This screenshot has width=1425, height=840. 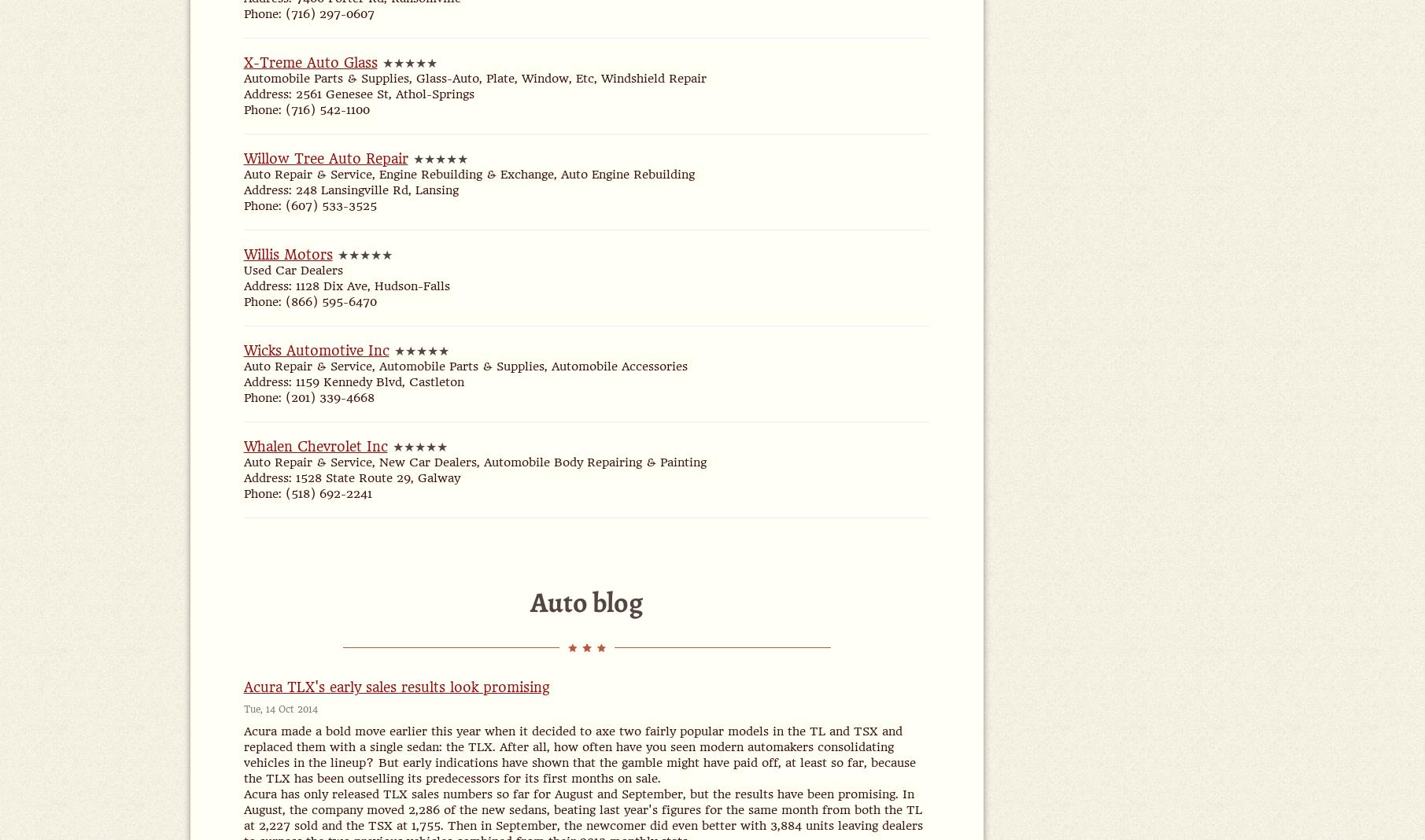 What do you see at coordinates (306, 492) in the screenshot?
I see `'Phone: (518) 692-2241'` at bounding box center [306, 492].